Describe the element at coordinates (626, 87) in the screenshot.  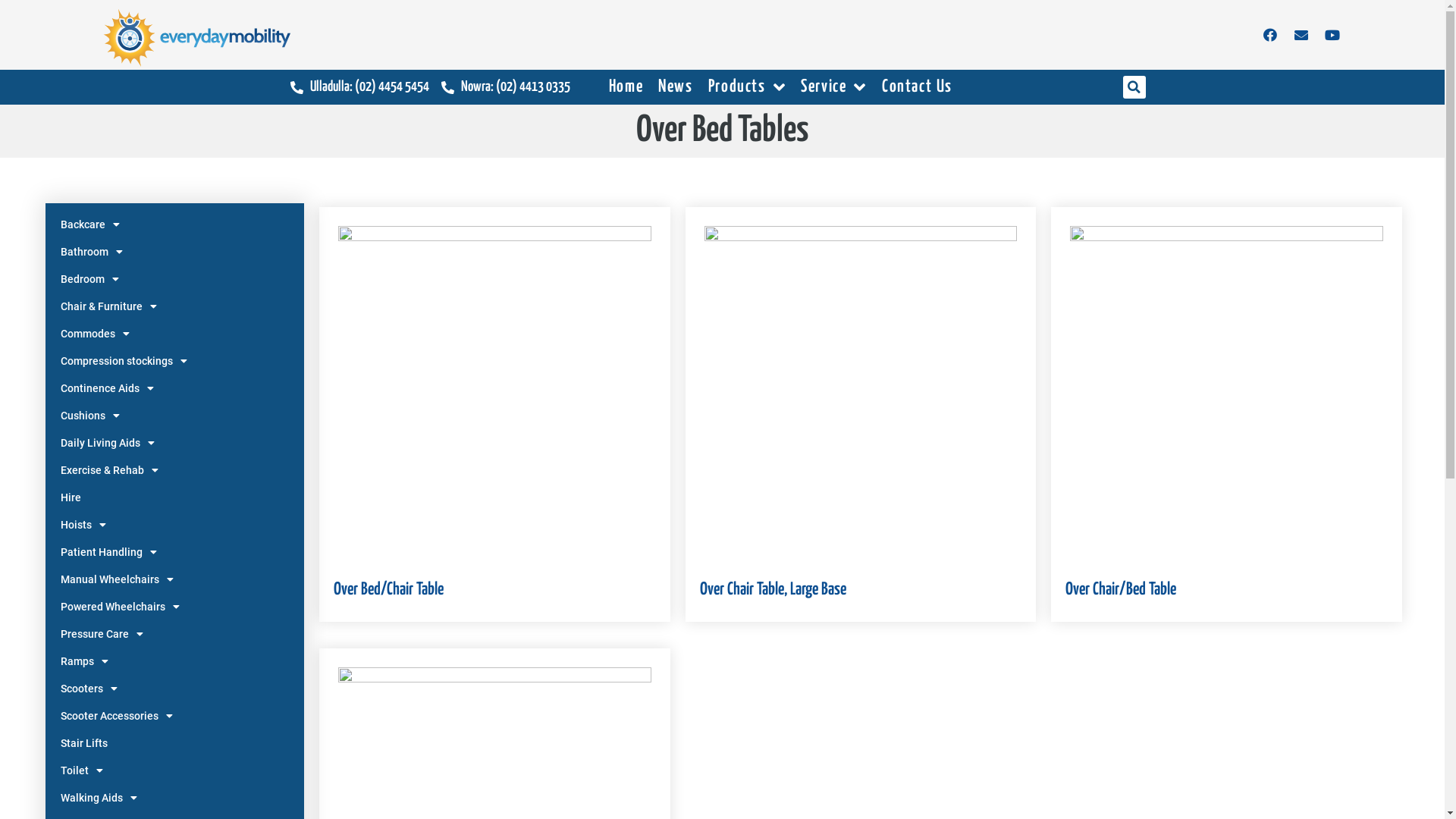
I see `'Home'` at that location.